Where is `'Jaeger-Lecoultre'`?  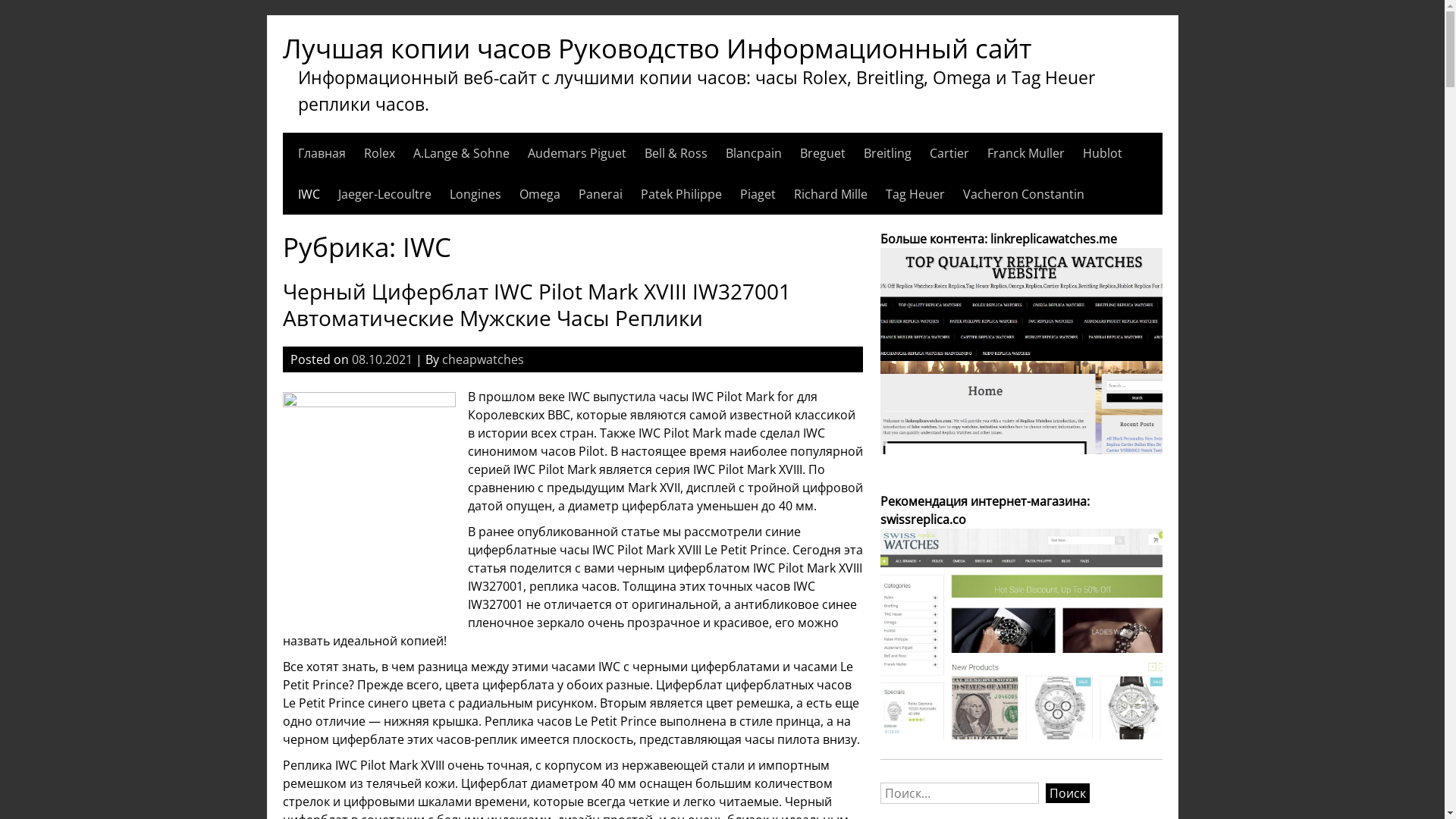
'Jaeger-Lecoultre' is located at coordinates (337, 193).